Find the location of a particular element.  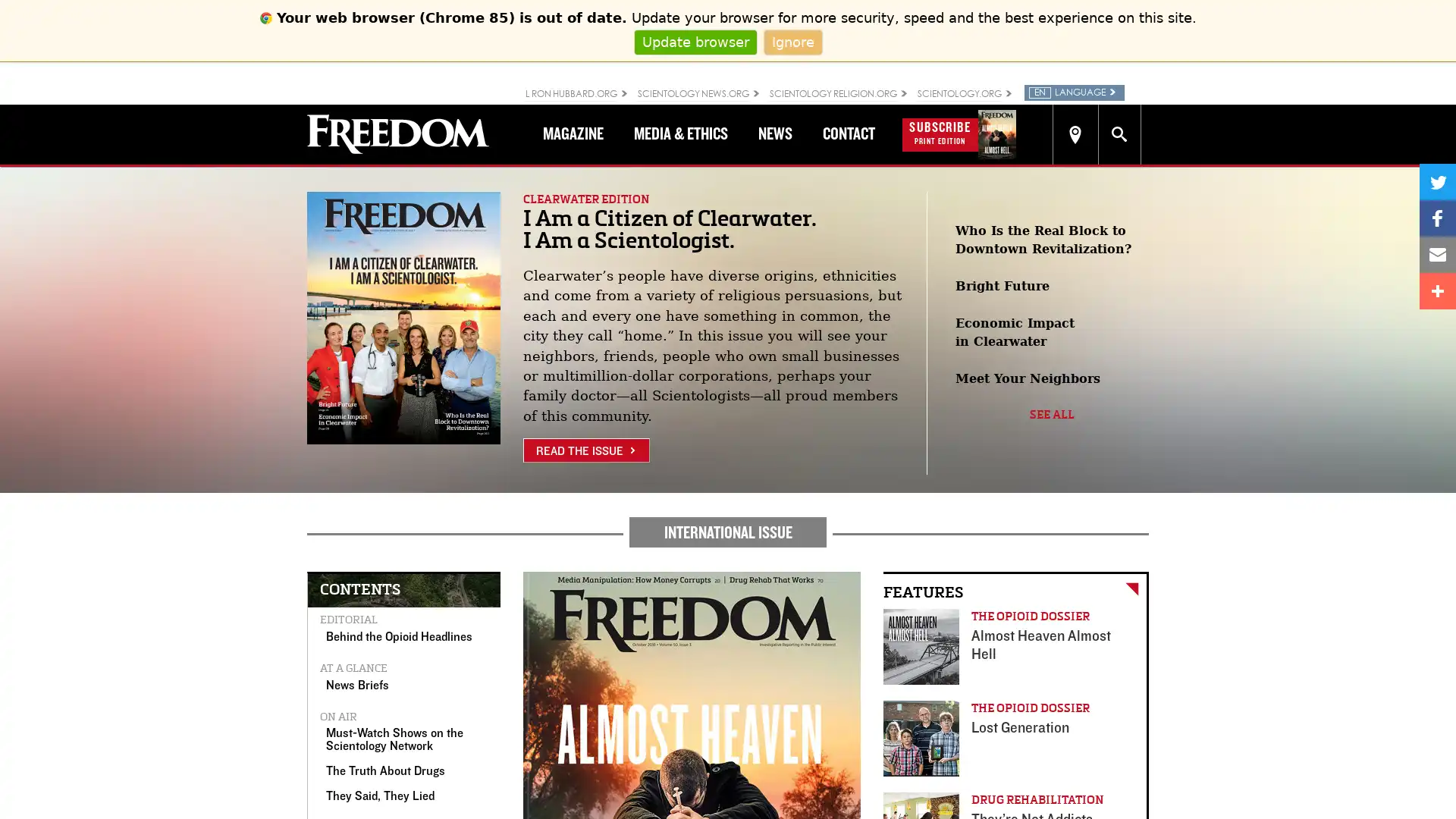

Ignore is located at coordinates (792, 41).